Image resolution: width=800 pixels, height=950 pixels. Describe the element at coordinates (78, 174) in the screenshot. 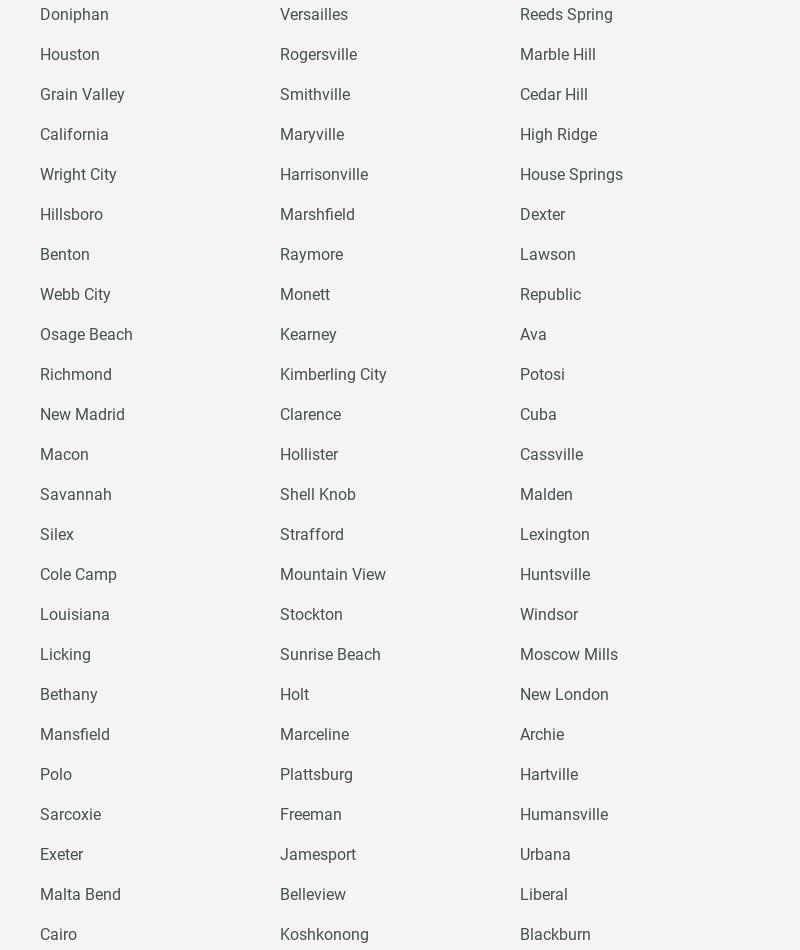

I see `'Wright City'` at that location.